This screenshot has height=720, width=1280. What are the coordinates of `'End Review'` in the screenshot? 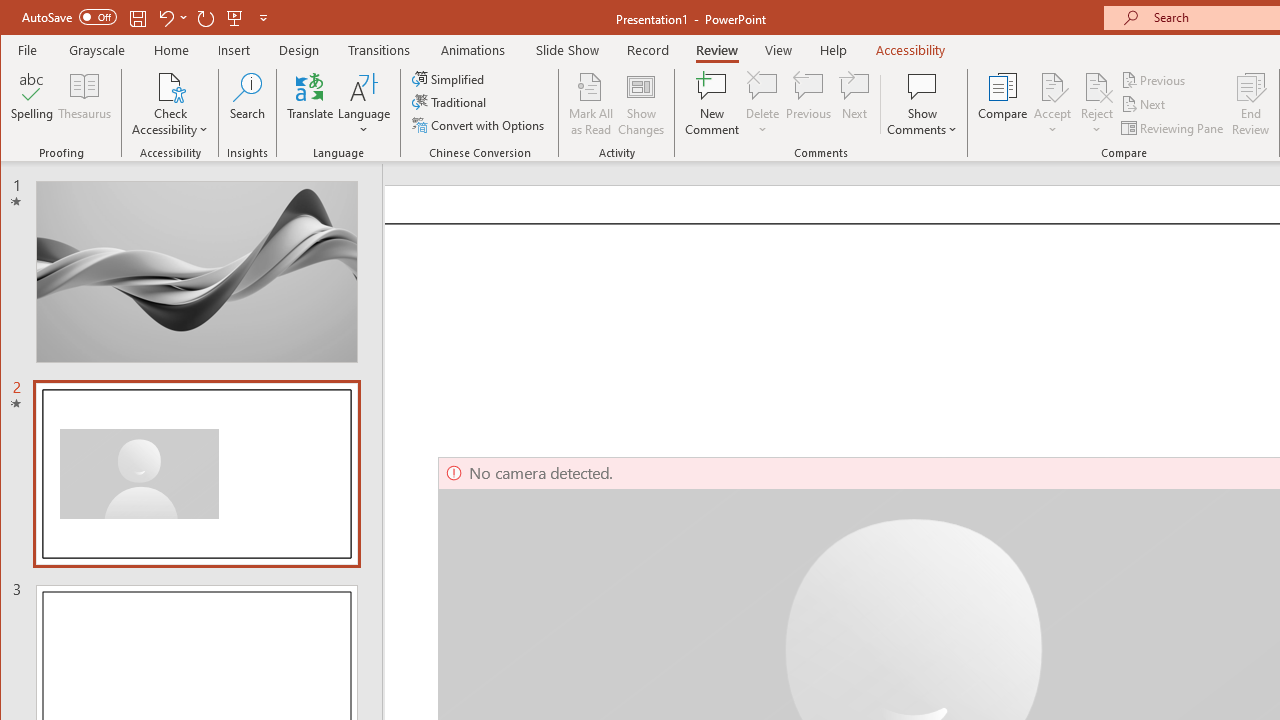 It's located at (1250, 104).